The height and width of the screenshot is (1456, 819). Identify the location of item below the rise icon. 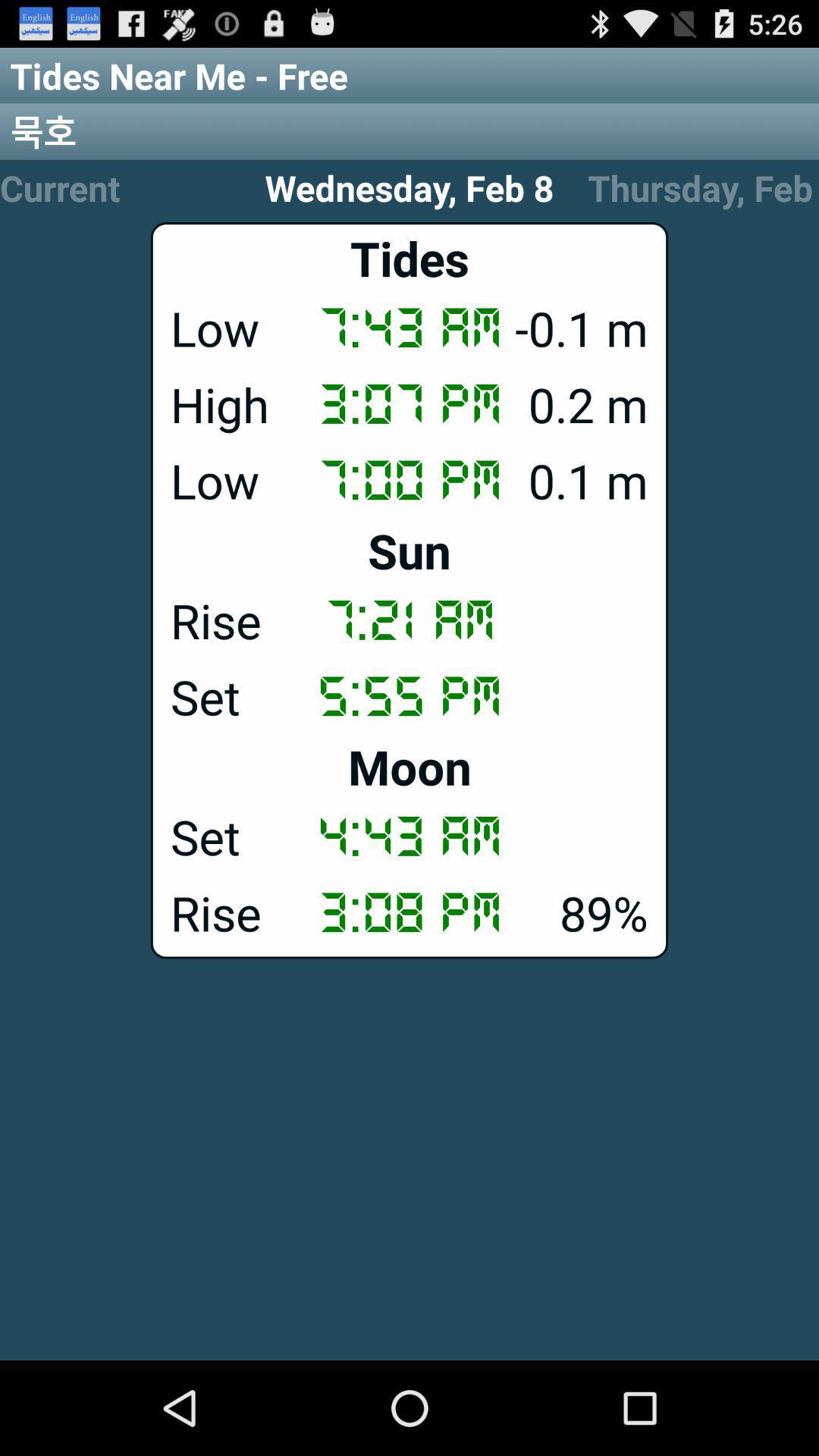
(409, 695).